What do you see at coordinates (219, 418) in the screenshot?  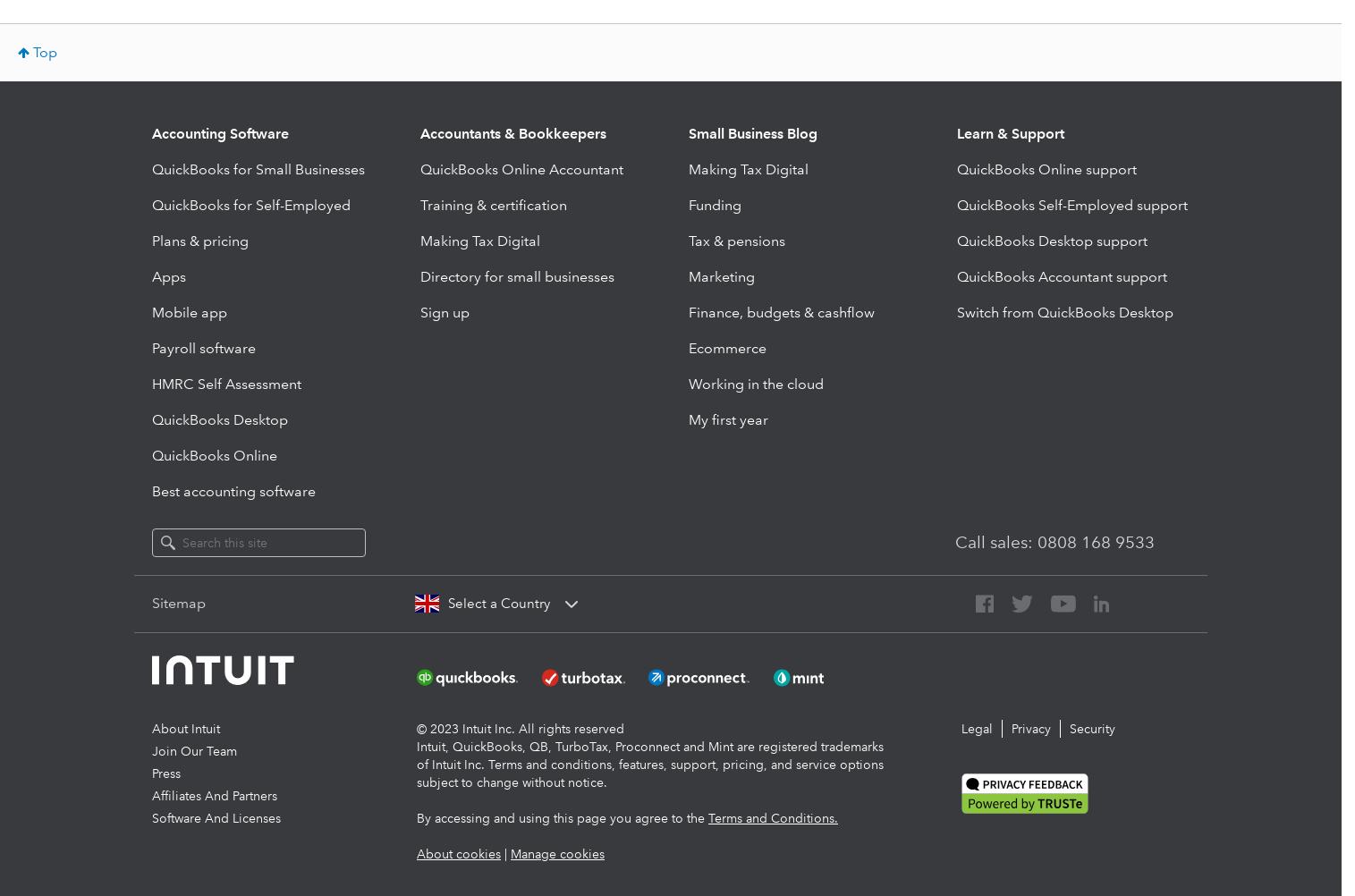 I see `'QuickBooks Desktop'` at bounding box center [219, 418].